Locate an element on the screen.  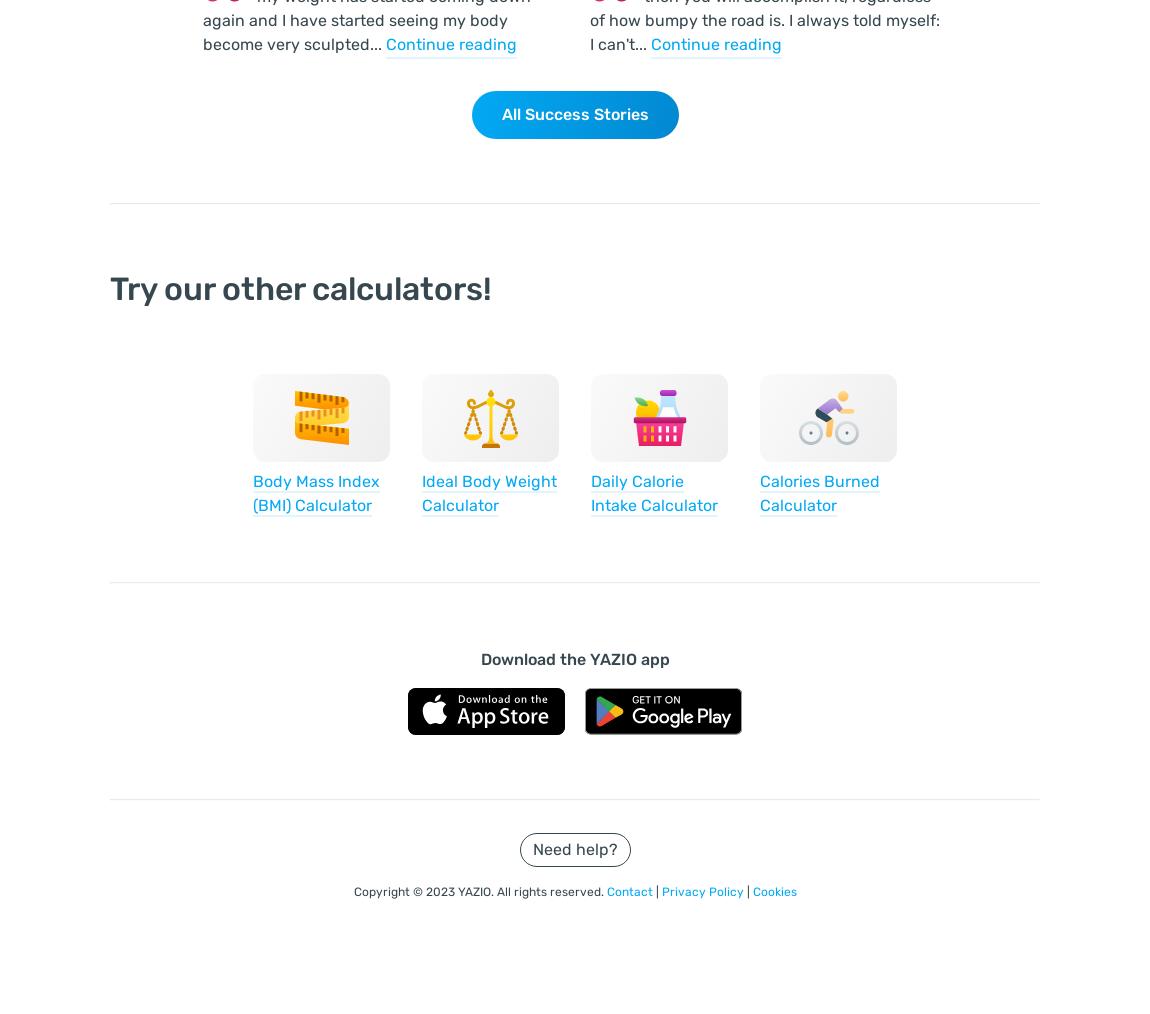
'Copyright © 2023 YAZIO. All rights reserved.' is located at coordinates (479, 891).